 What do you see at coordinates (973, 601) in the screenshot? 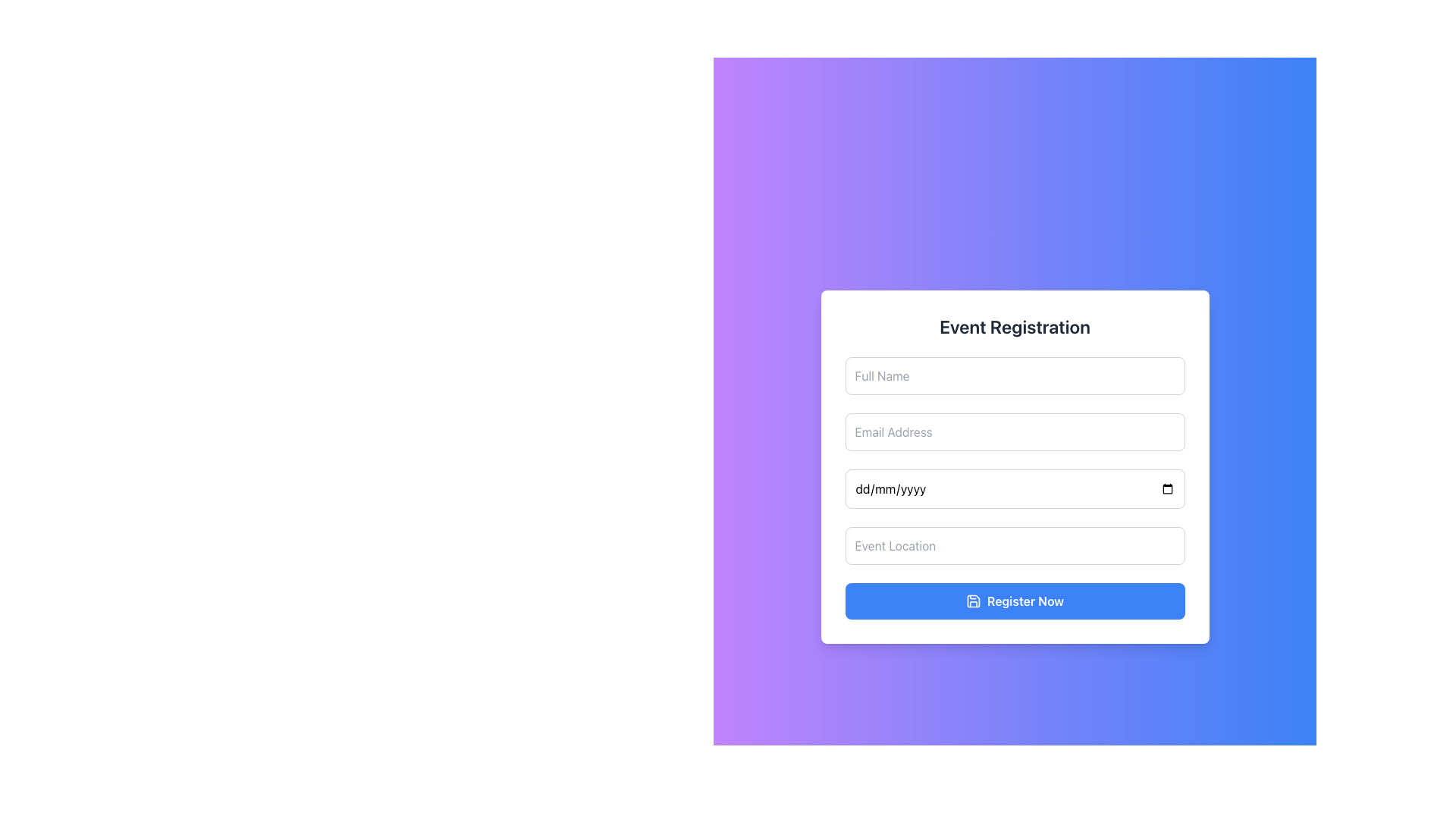
I see `the floppy disk icon located inside the 'Register Now' button, which indicates a 'save' action` at bounding box center [973, 601].